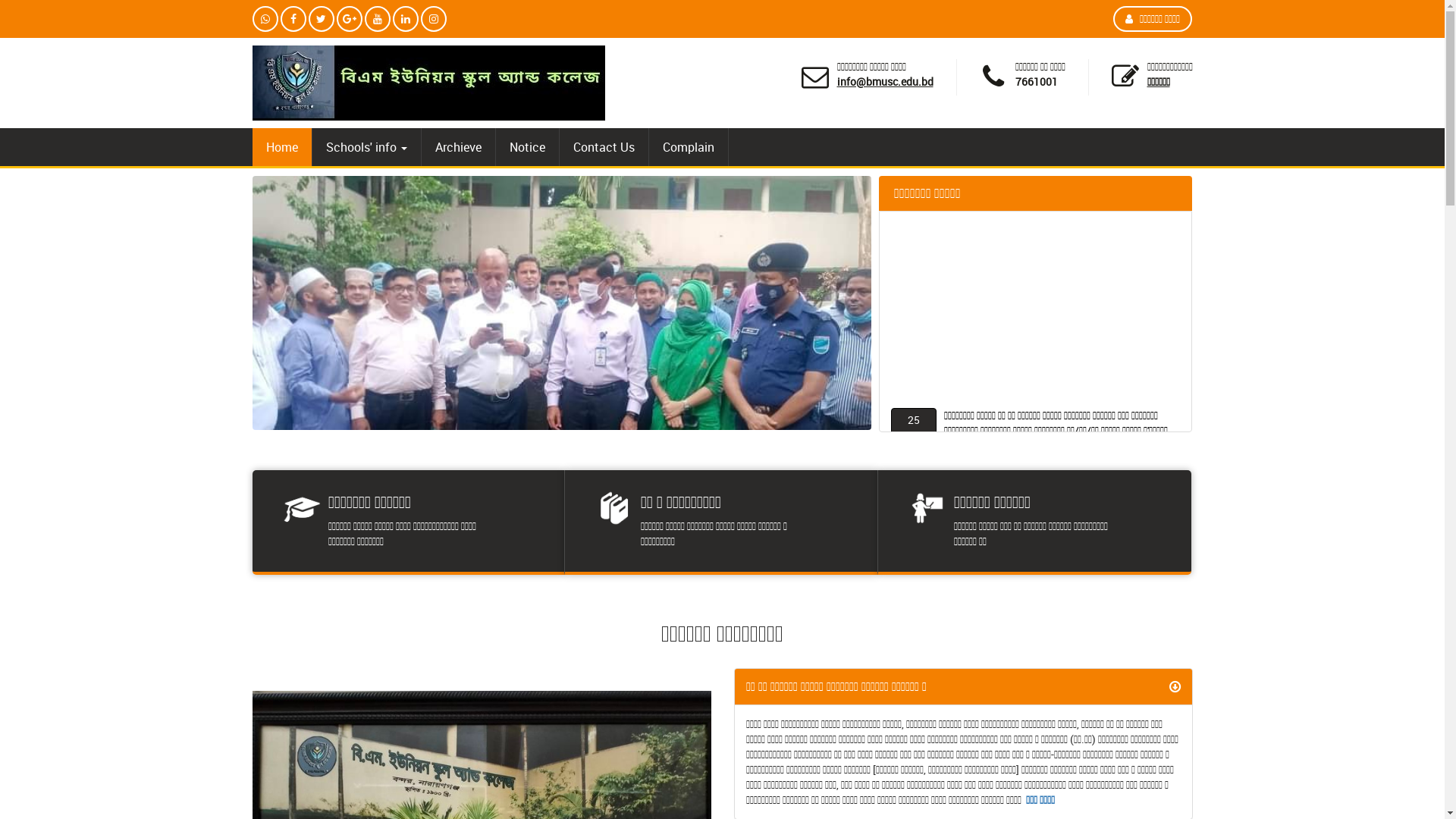 The width and height of the screenshot is (1456, 819). I want to click on 'Schools' info', so click(366, 146).